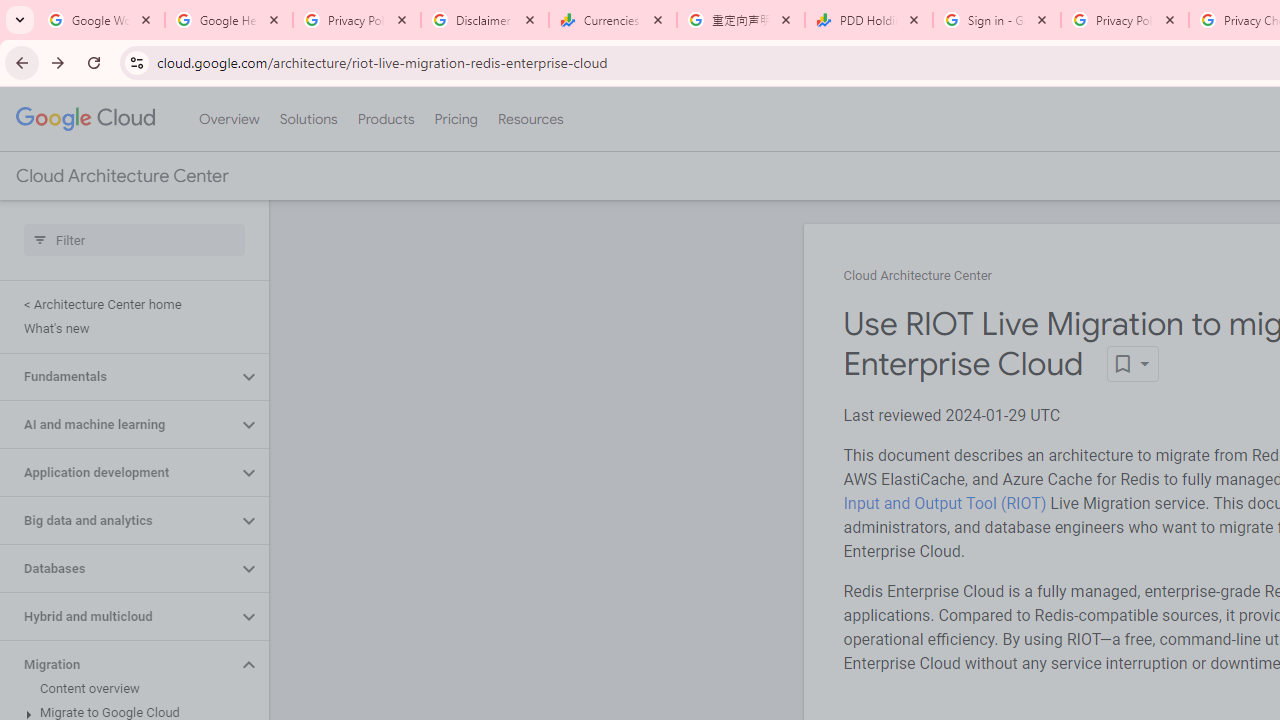 This screenshot has width=1280, height=720. I want to click on 'Hybrid and multicloud', so click(117, 616).